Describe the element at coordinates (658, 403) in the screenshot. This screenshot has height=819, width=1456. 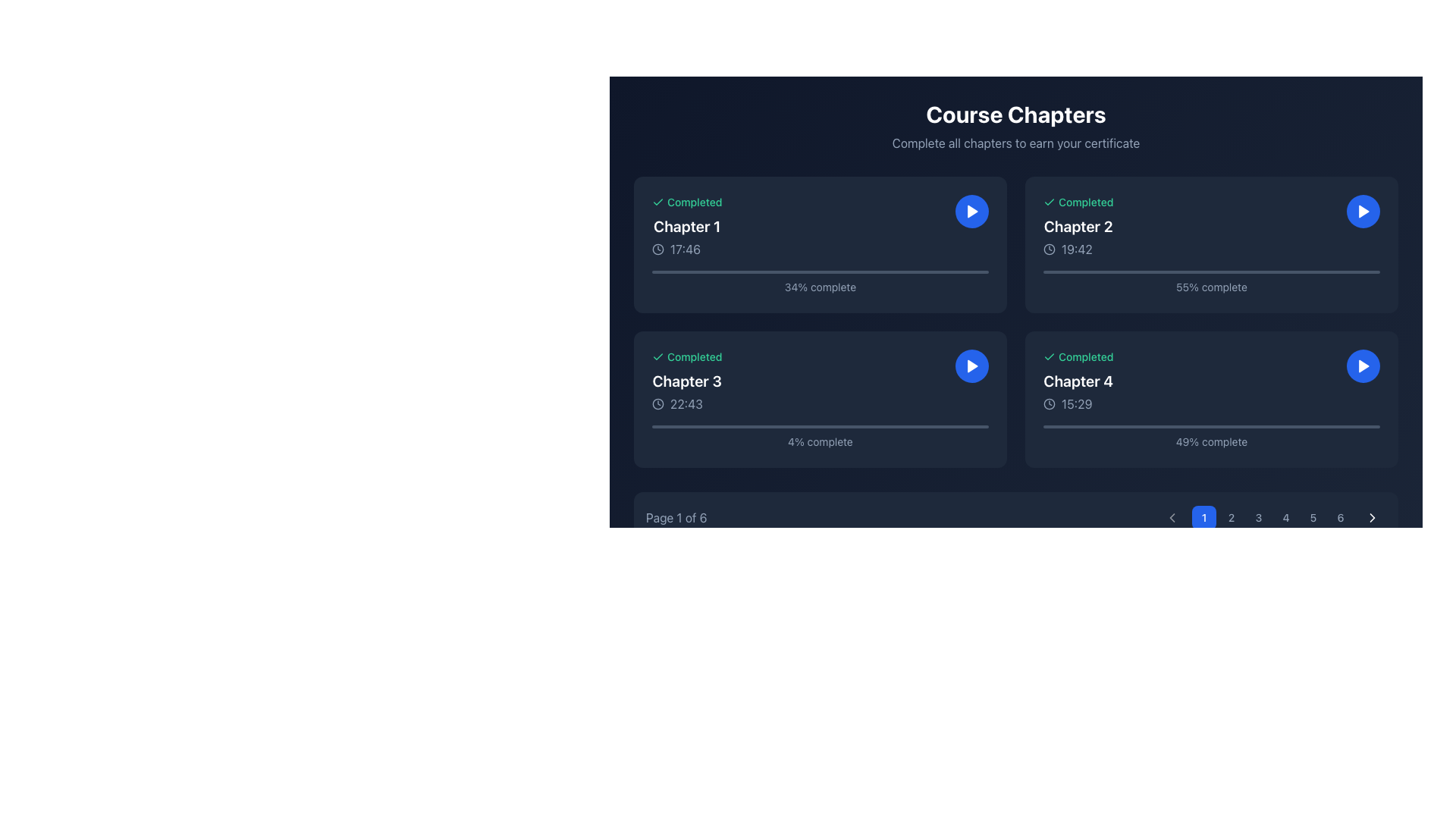
I see `icon located to the left of the text '22:43' in the Chapter 3 row to view its properties` at that location.